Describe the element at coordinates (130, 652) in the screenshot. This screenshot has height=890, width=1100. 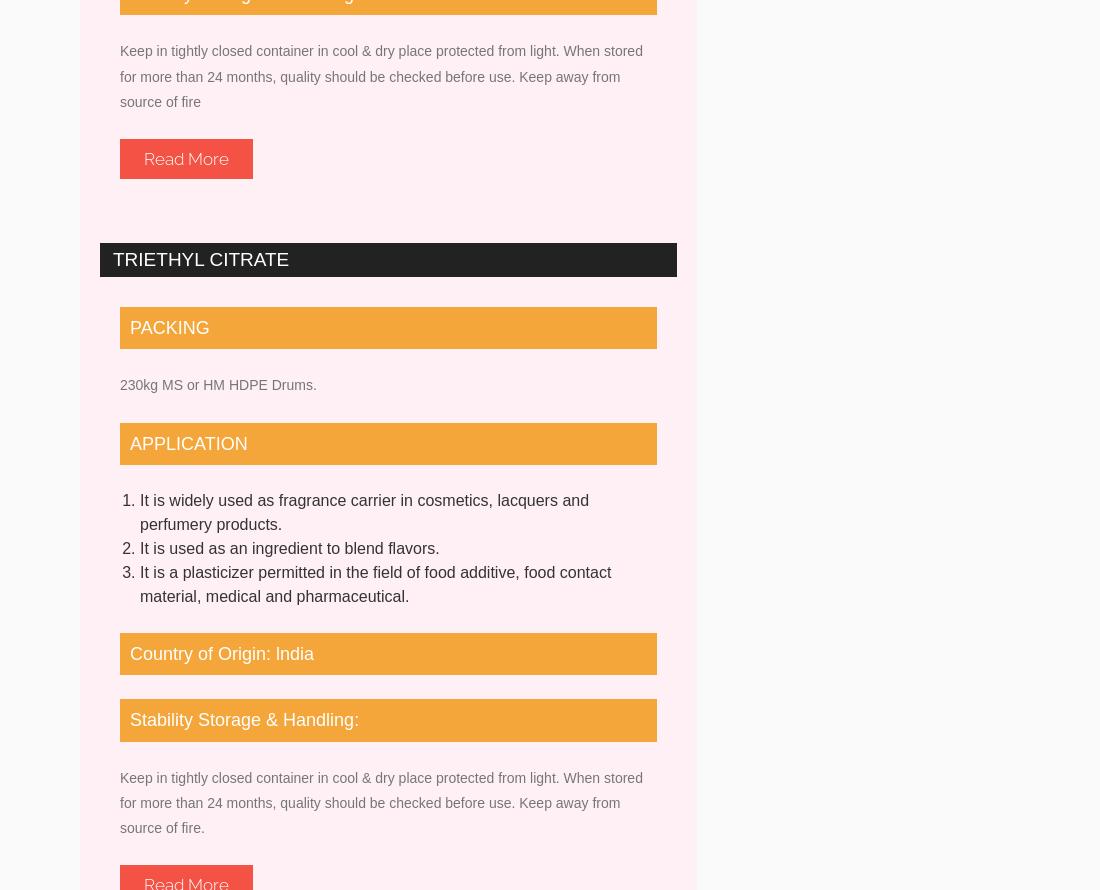
I see `'Country of Origin: lndia'` at that location.